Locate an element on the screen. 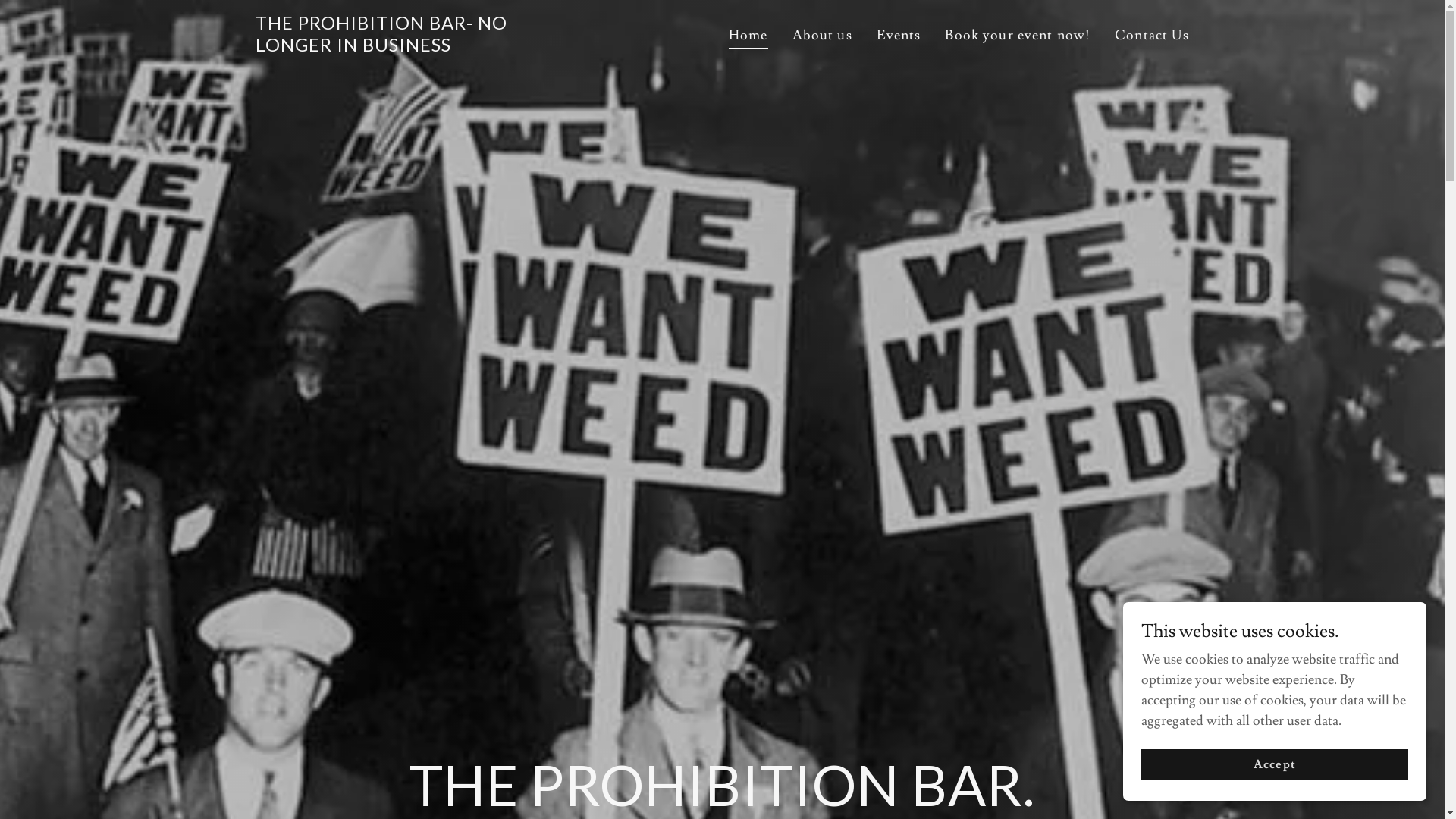 This screenshot has width=1456, height=819. 'About us' is located at coordinates (821, 34).